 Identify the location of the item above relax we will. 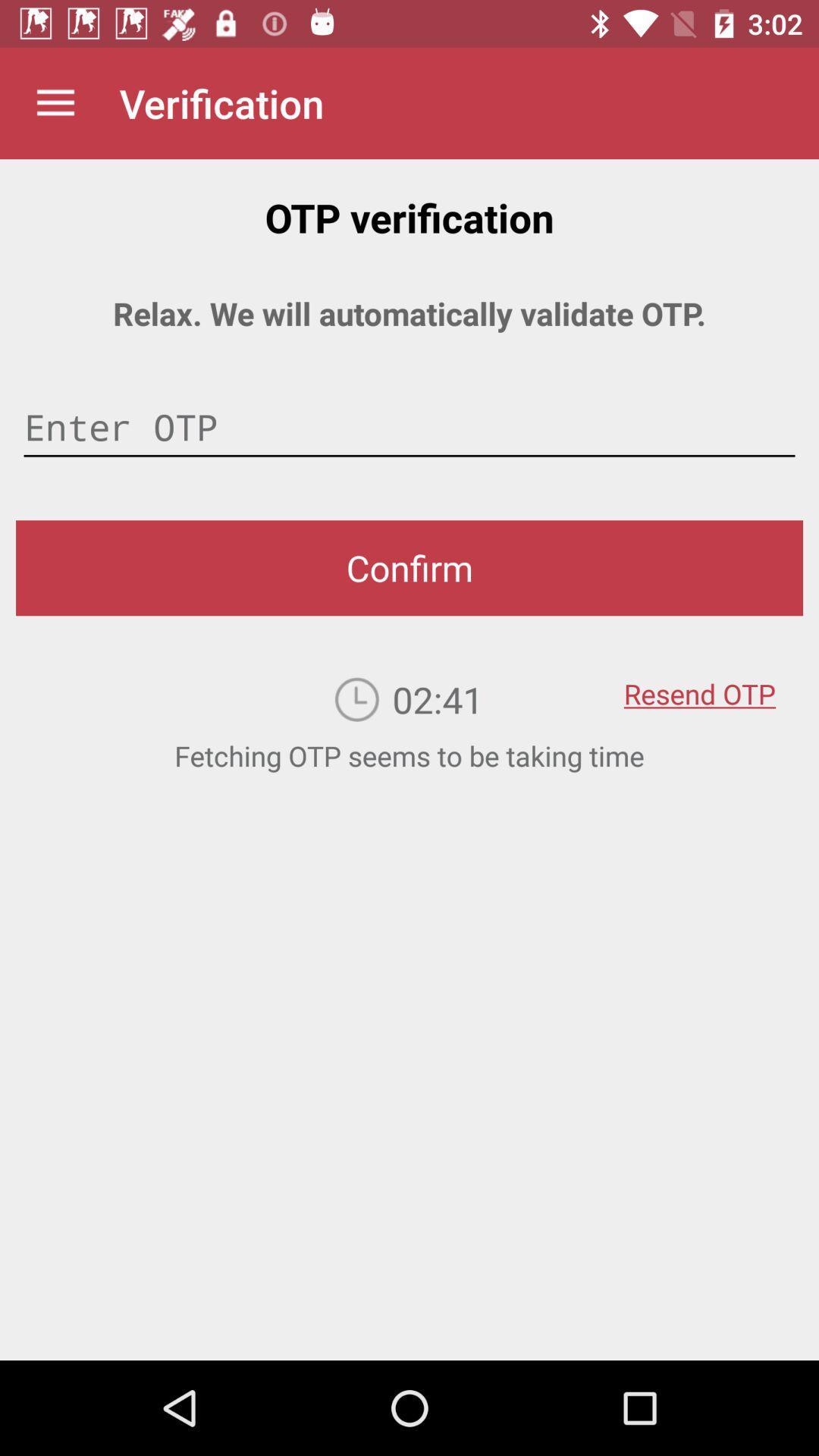
(55, 102).